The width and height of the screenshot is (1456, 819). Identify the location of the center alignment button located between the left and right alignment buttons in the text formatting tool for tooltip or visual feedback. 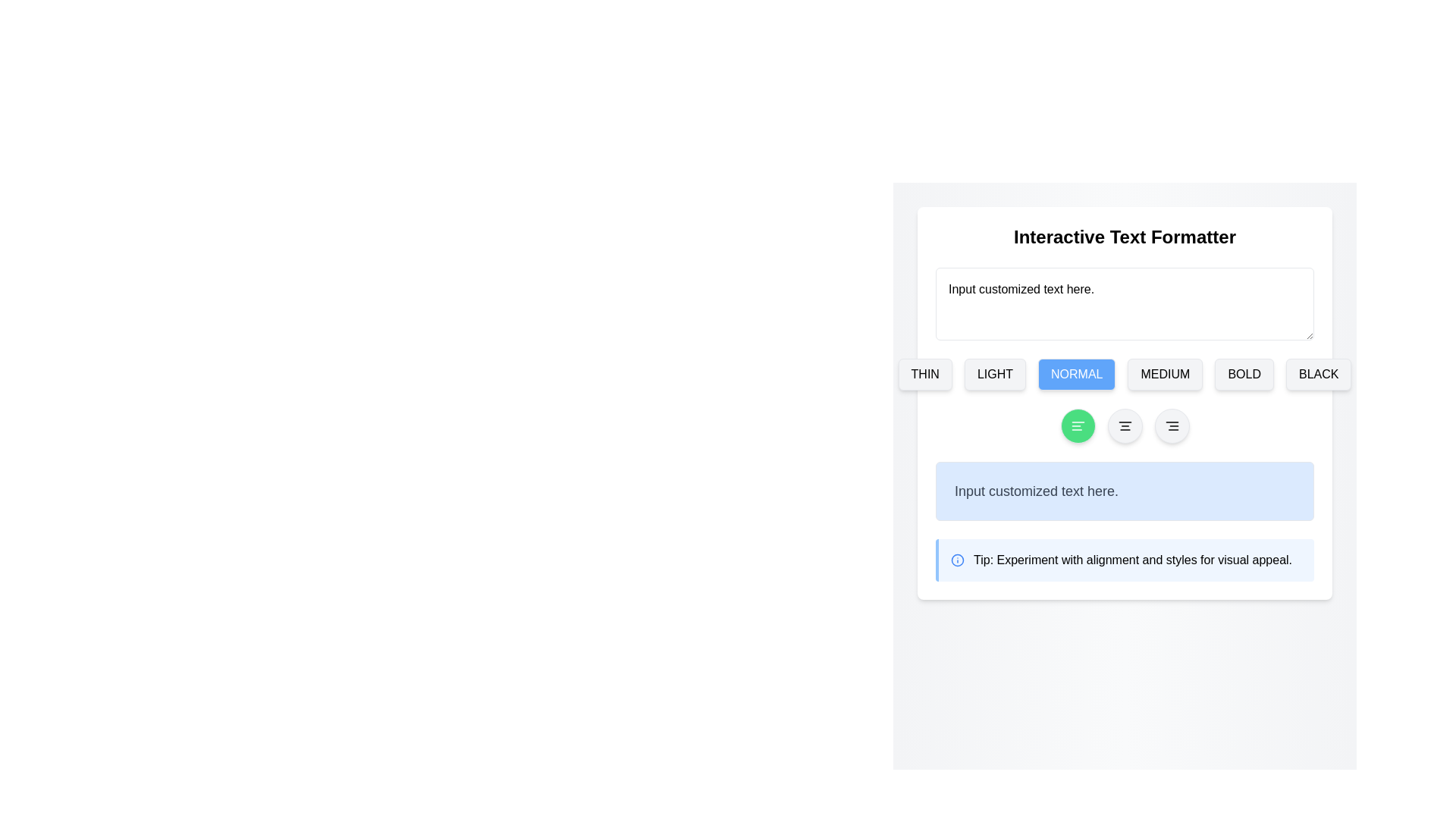
(1125, 426).